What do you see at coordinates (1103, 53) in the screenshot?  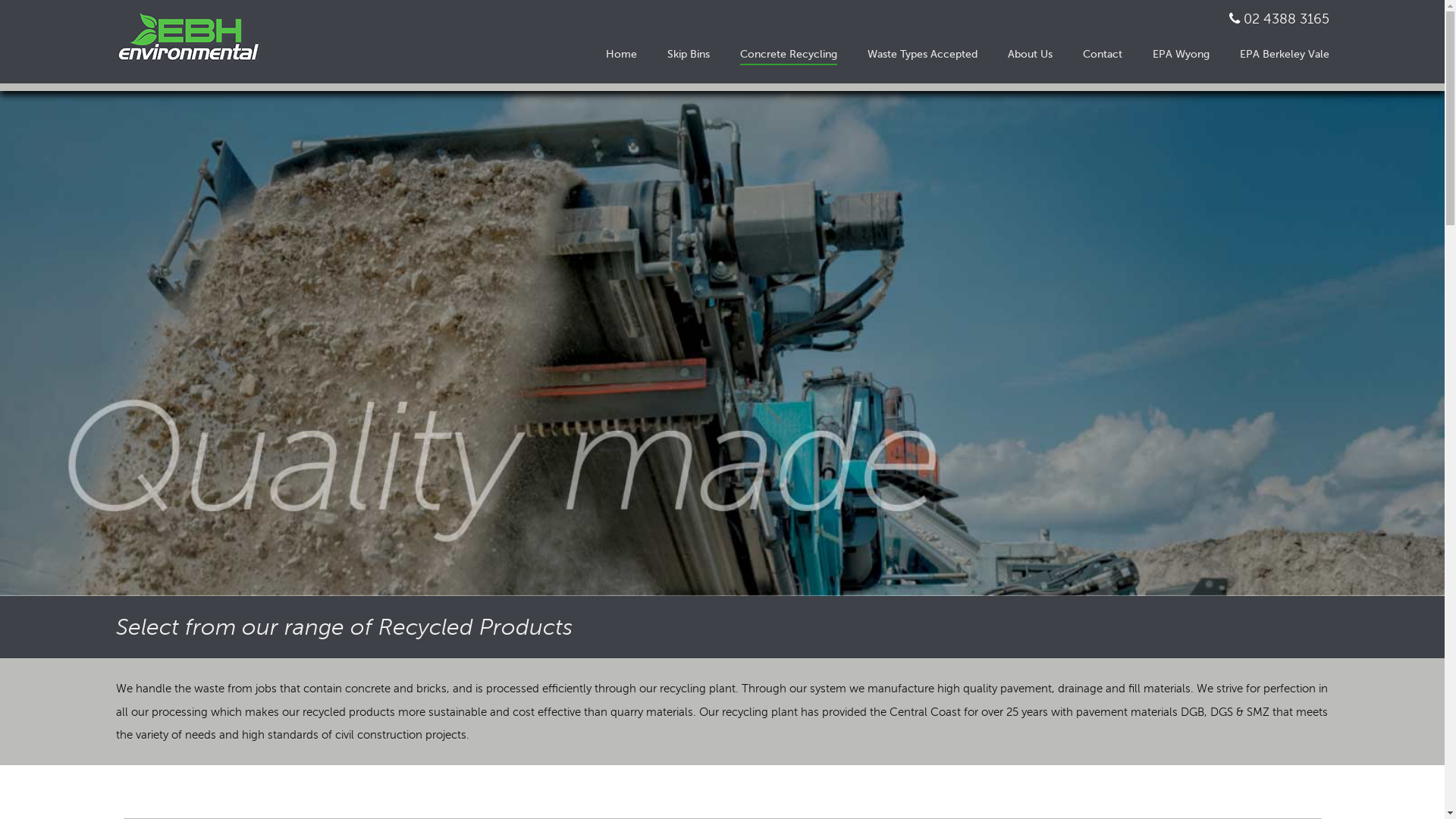 I see `'Contact'` at bounding box center [1103, 53].